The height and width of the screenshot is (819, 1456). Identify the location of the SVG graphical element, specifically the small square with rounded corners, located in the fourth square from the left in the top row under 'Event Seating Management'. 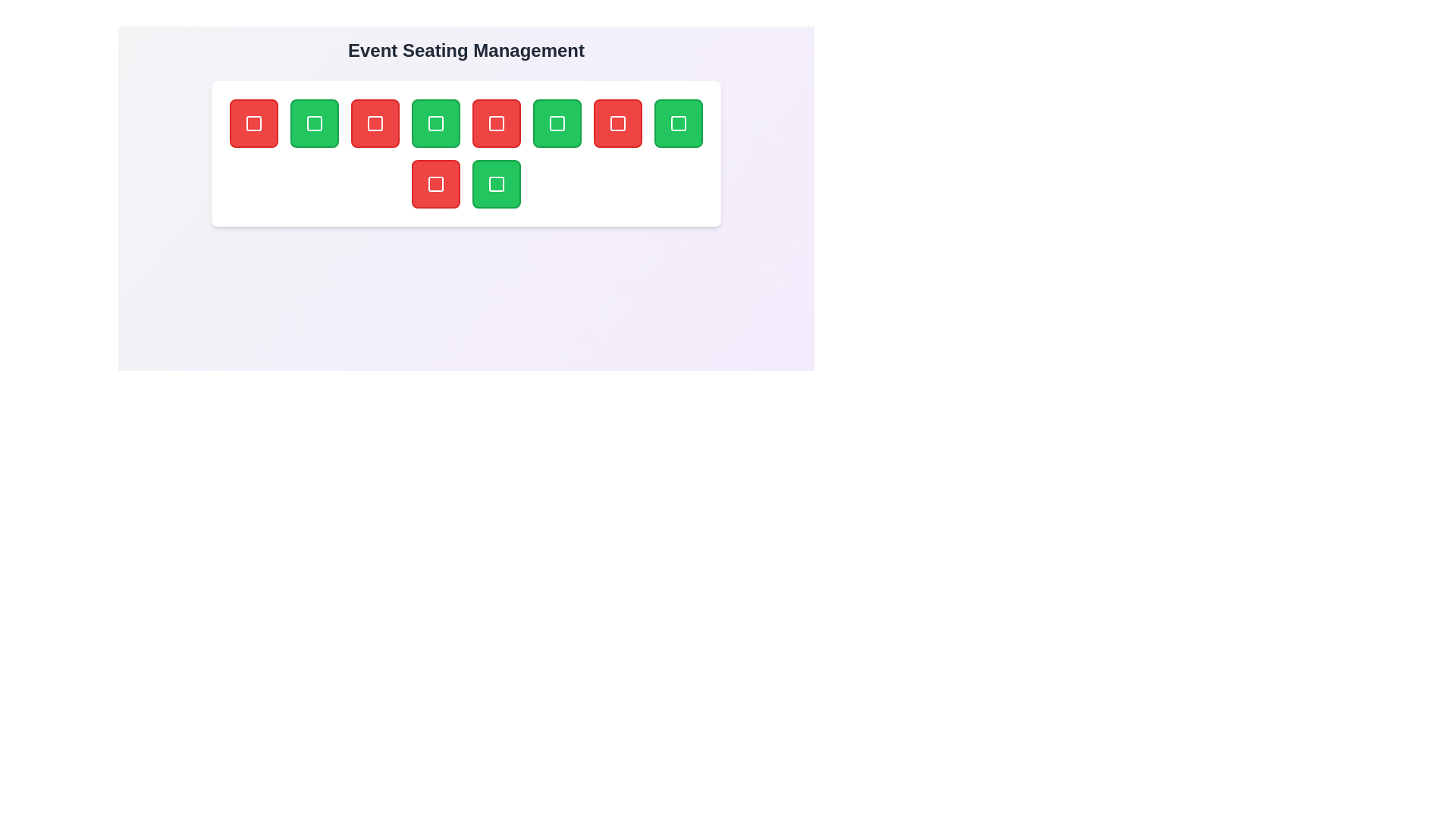
(496, 122).